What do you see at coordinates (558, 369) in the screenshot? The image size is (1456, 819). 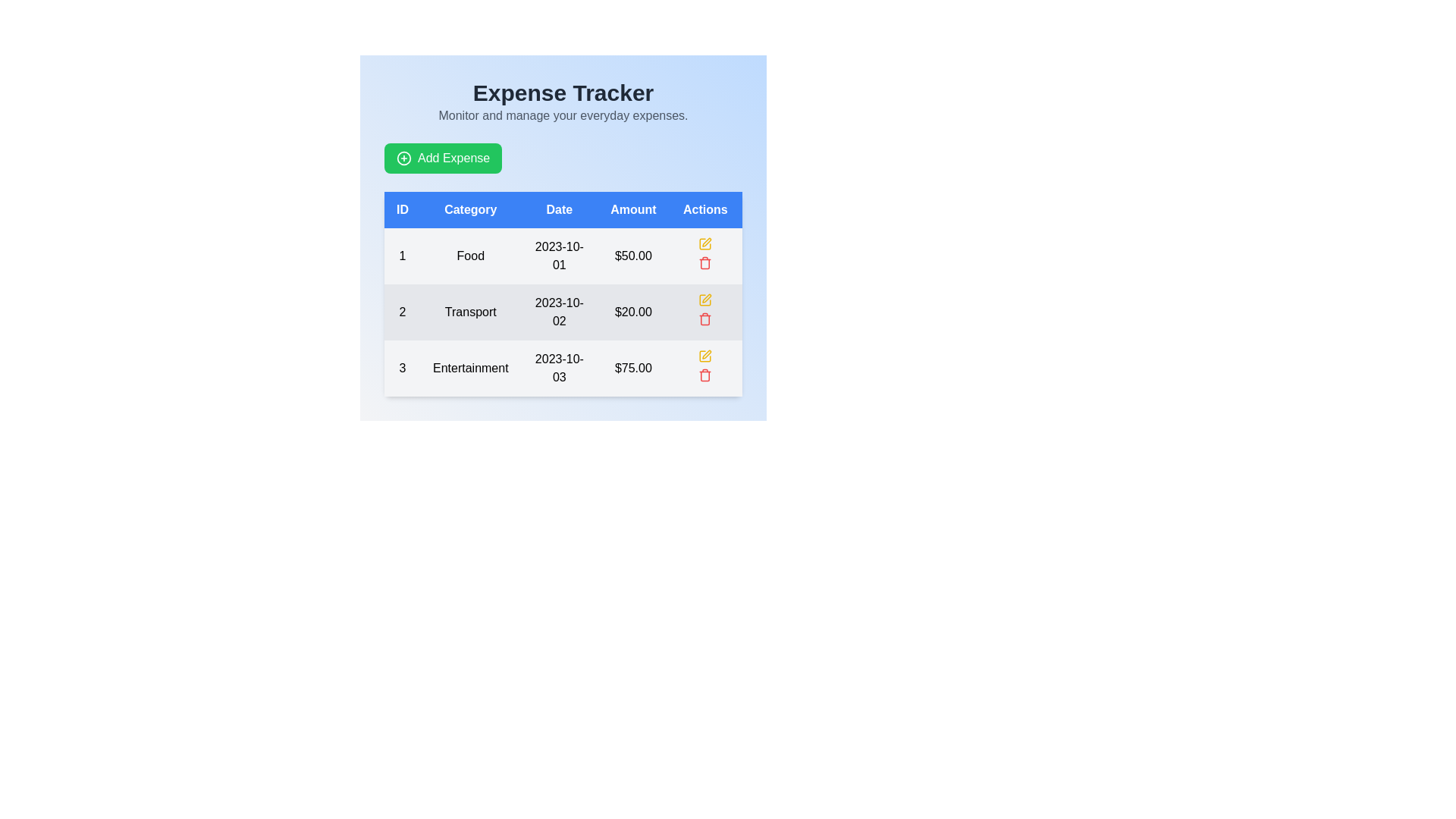 I see `the Text label displaying the date of the expense entry in the third row of the expense tracker table, located under the 'Date' column adjacent to 'Entertainment' and '$75.00'` at bounding box center [558, 369].